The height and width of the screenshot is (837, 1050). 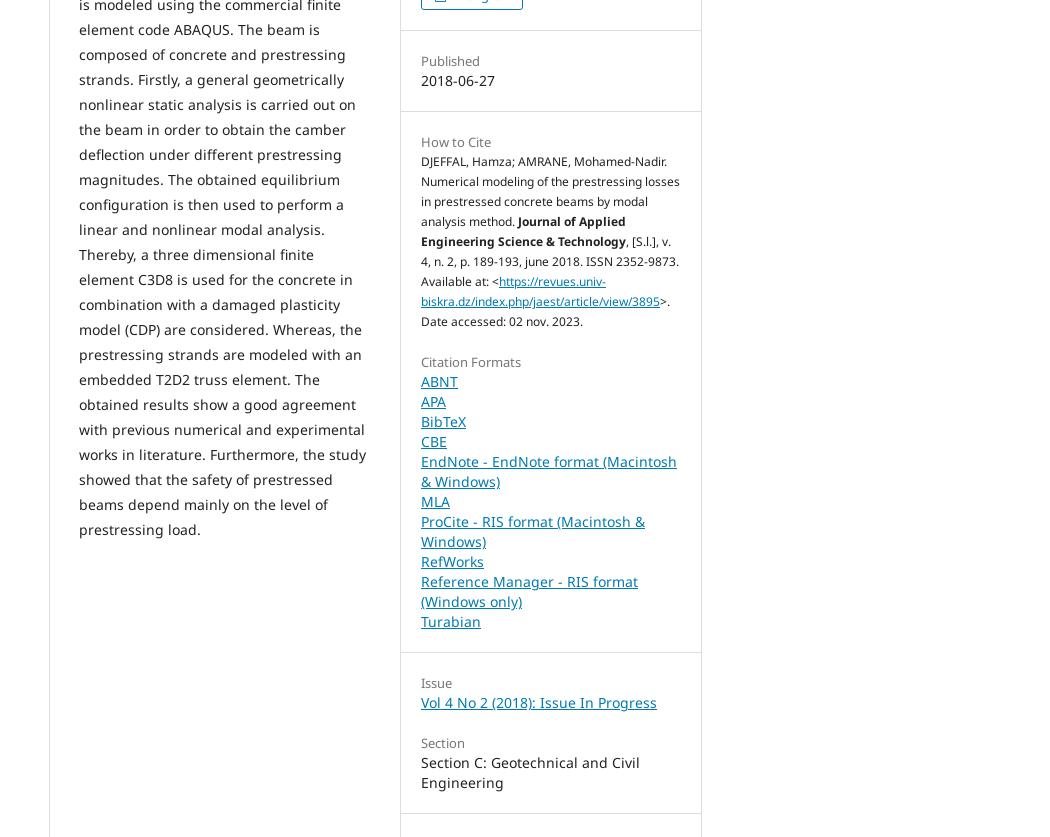 What do you see at coordinates (438, 381) in the screenshot?
I see `'ABNT'` at bounding box center [438, 381].